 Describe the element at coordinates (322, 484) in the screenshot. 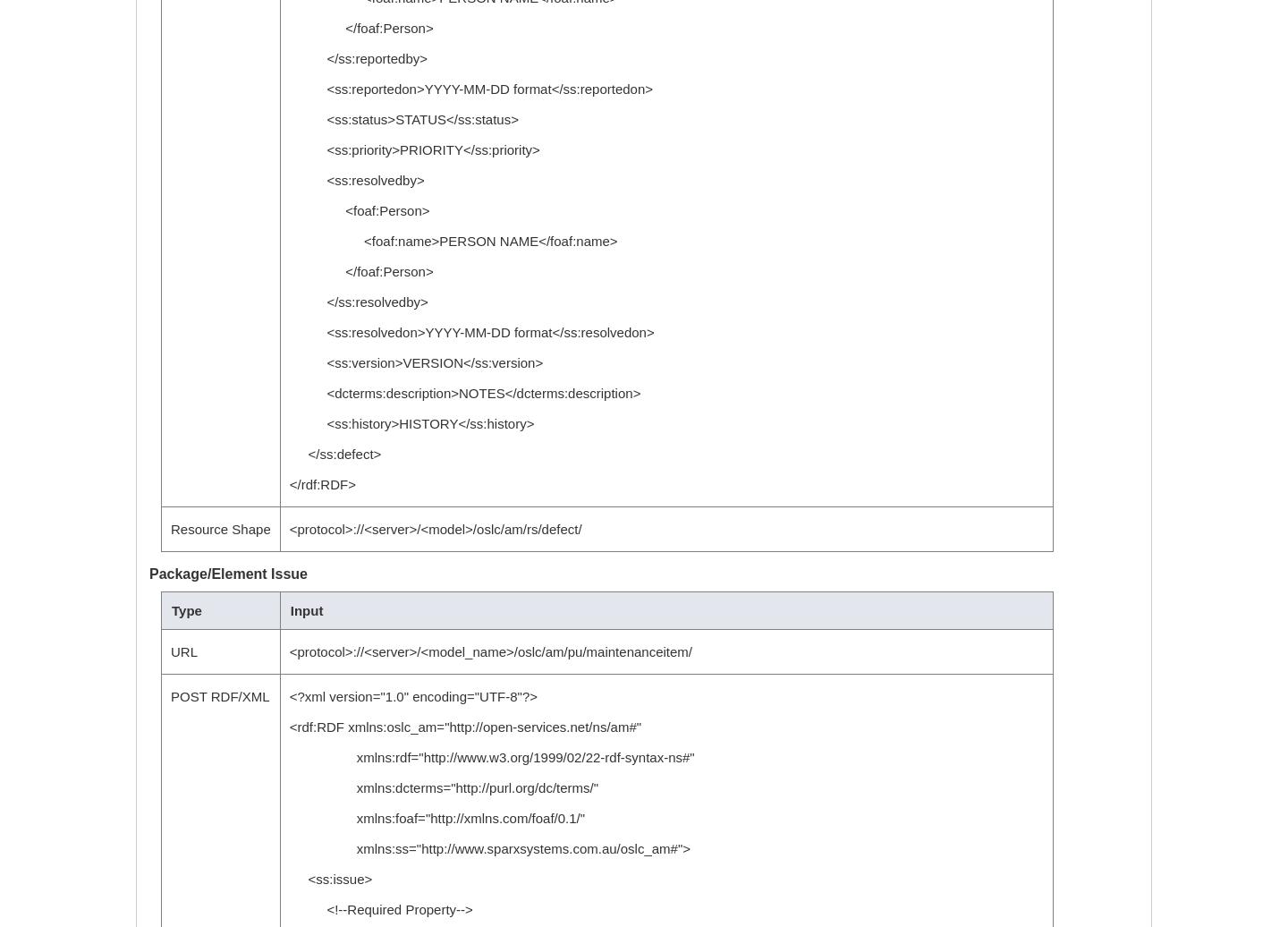

I see `'</rdf:RDF>'` at that location.